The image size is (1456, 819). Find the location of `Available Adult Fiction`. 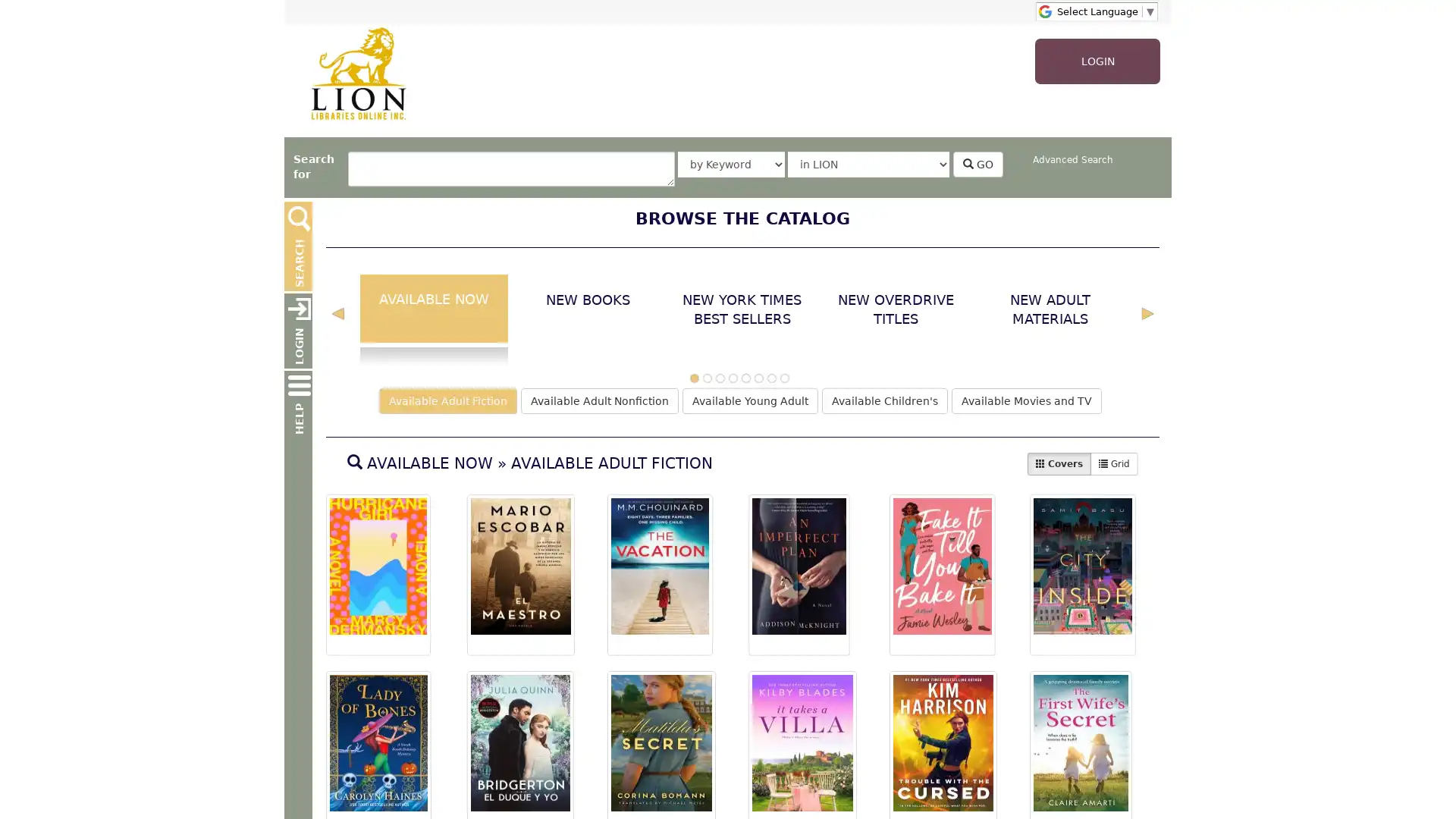

Available Adult Fiction is located at coordinates (447, 400).